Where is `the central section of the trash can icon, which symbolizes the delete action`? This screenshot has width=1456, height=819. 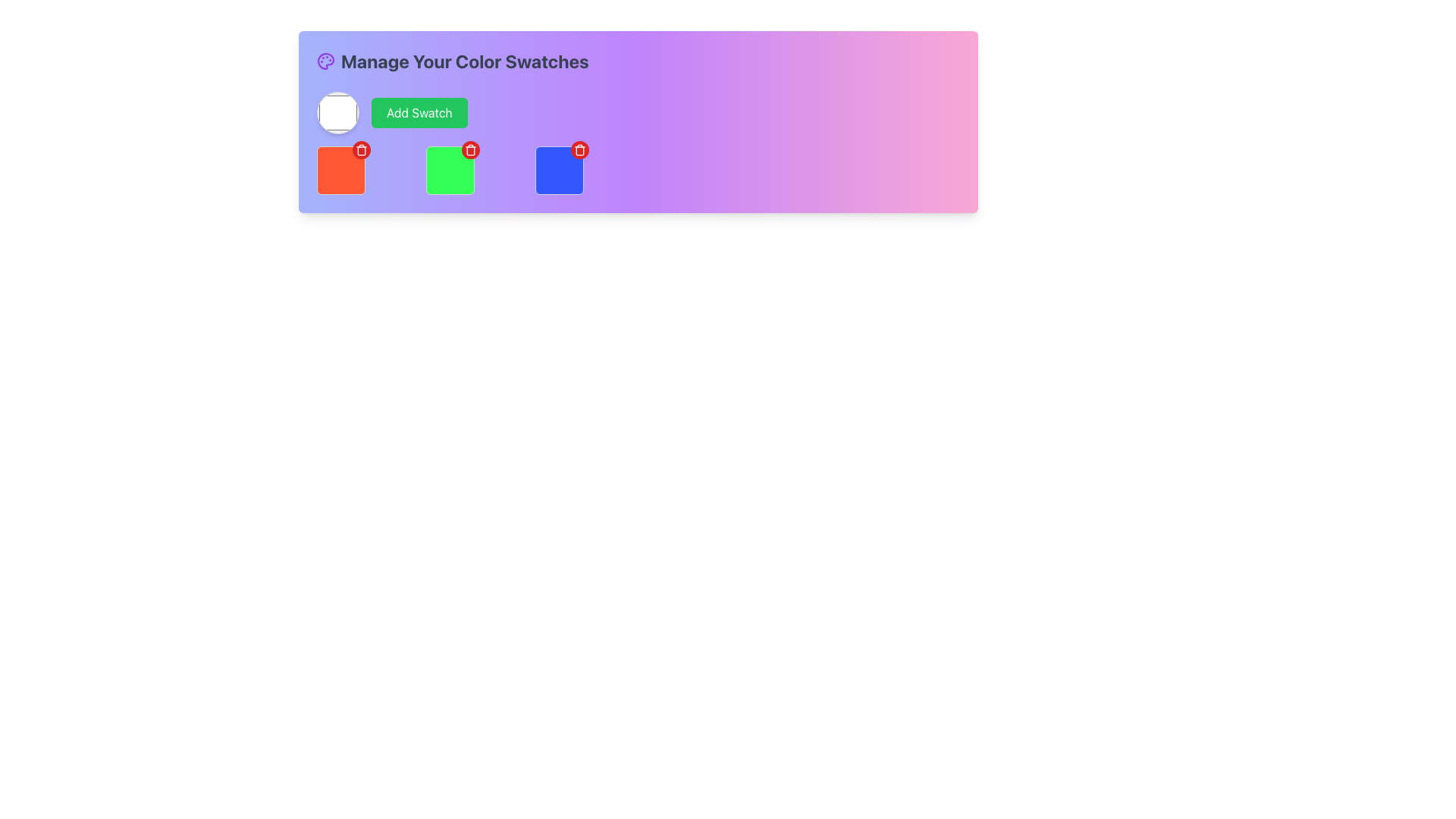
the central section of the trash can icon, which symbolizes the delete action is located at coordinates (469, 151).